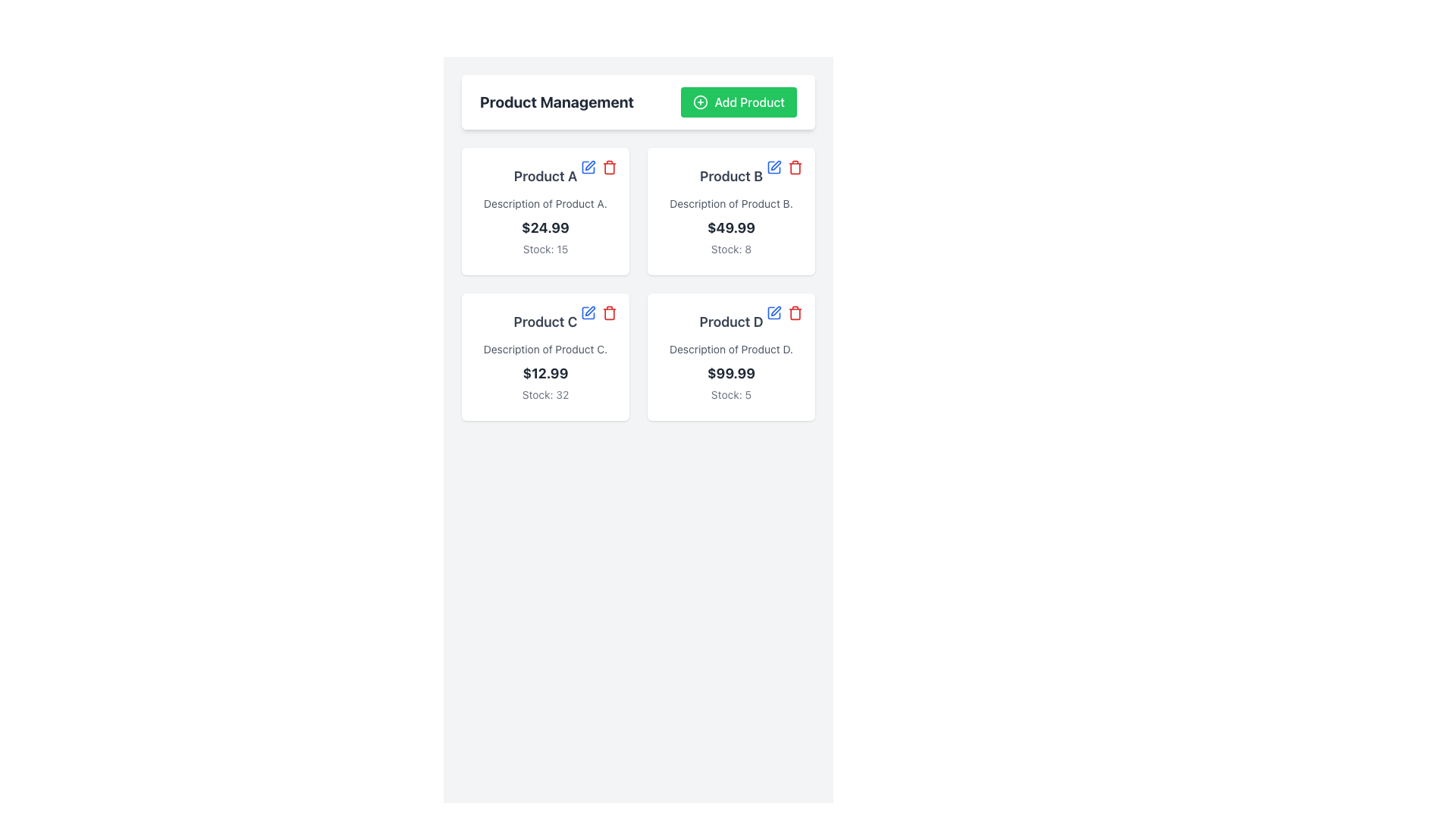  I want to click on the product description text for 'Product A', which is located below the title and above the price in the top-left card of the grid layout, so click(545, 203).